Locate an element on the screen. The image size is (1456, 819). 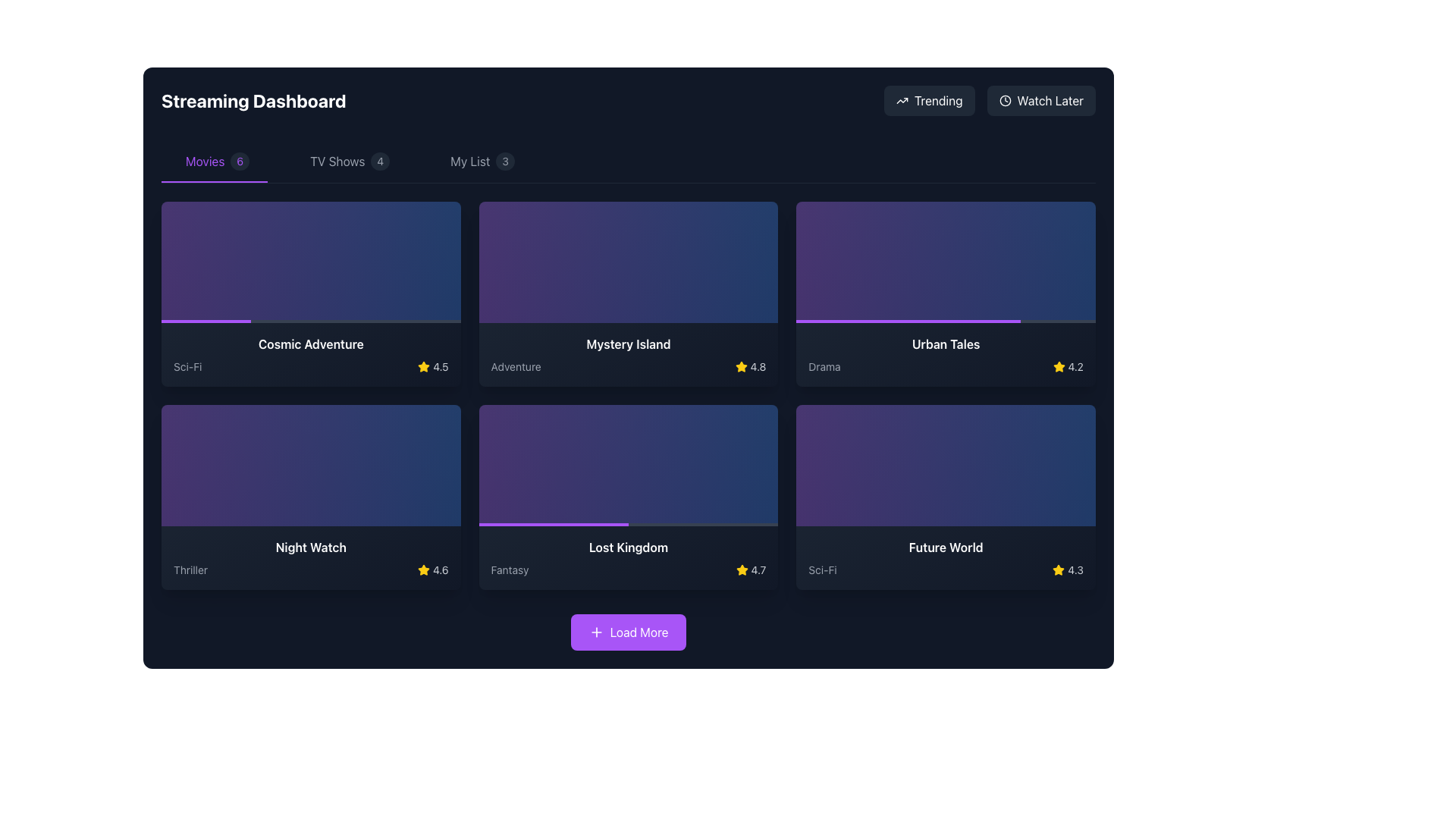
the Number badge containing the number '6', which has a dark gray background and is located adjacent to the 'Movies' label is located at coordinates (239, 161).